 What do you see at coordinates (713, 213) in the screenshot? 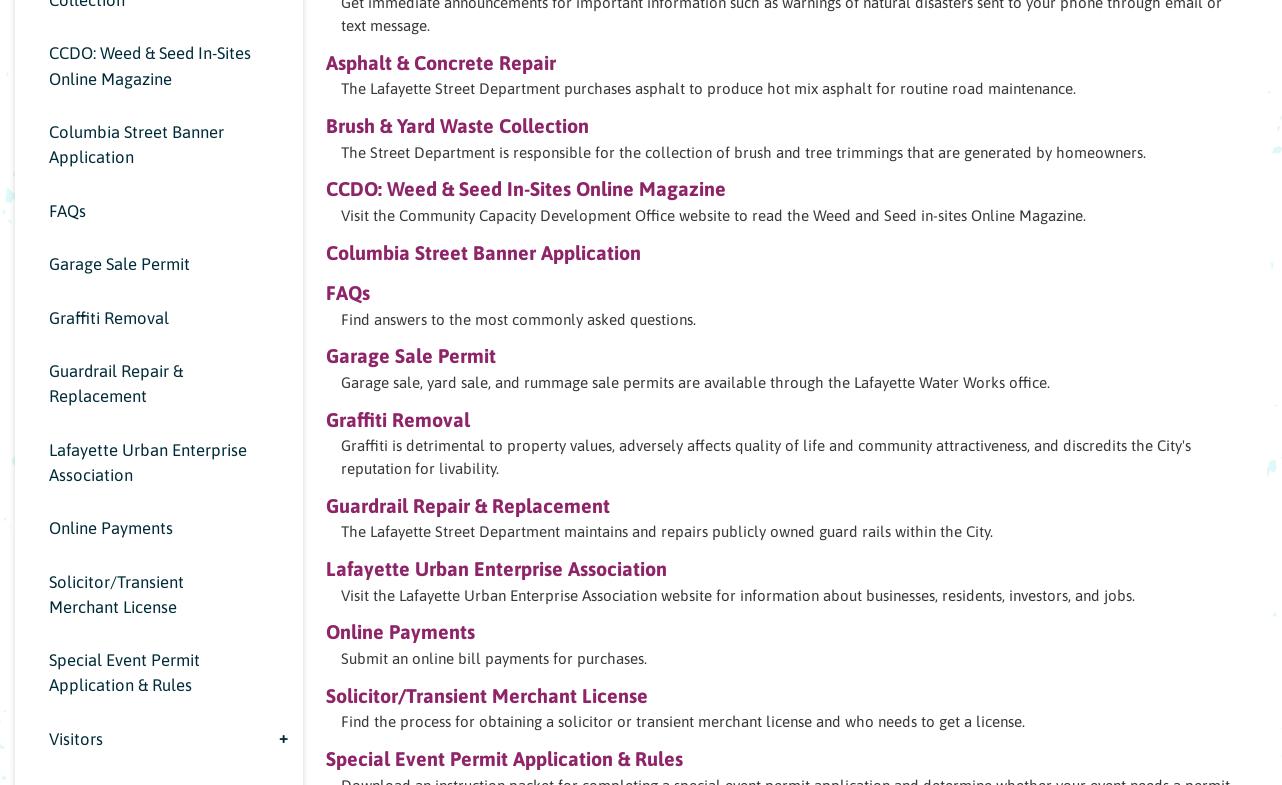
I see `'Visit the Community Capacity Development Office website to read the Weed and Seed in-sites Online Magazine.'` at bounding box center [713, 213].